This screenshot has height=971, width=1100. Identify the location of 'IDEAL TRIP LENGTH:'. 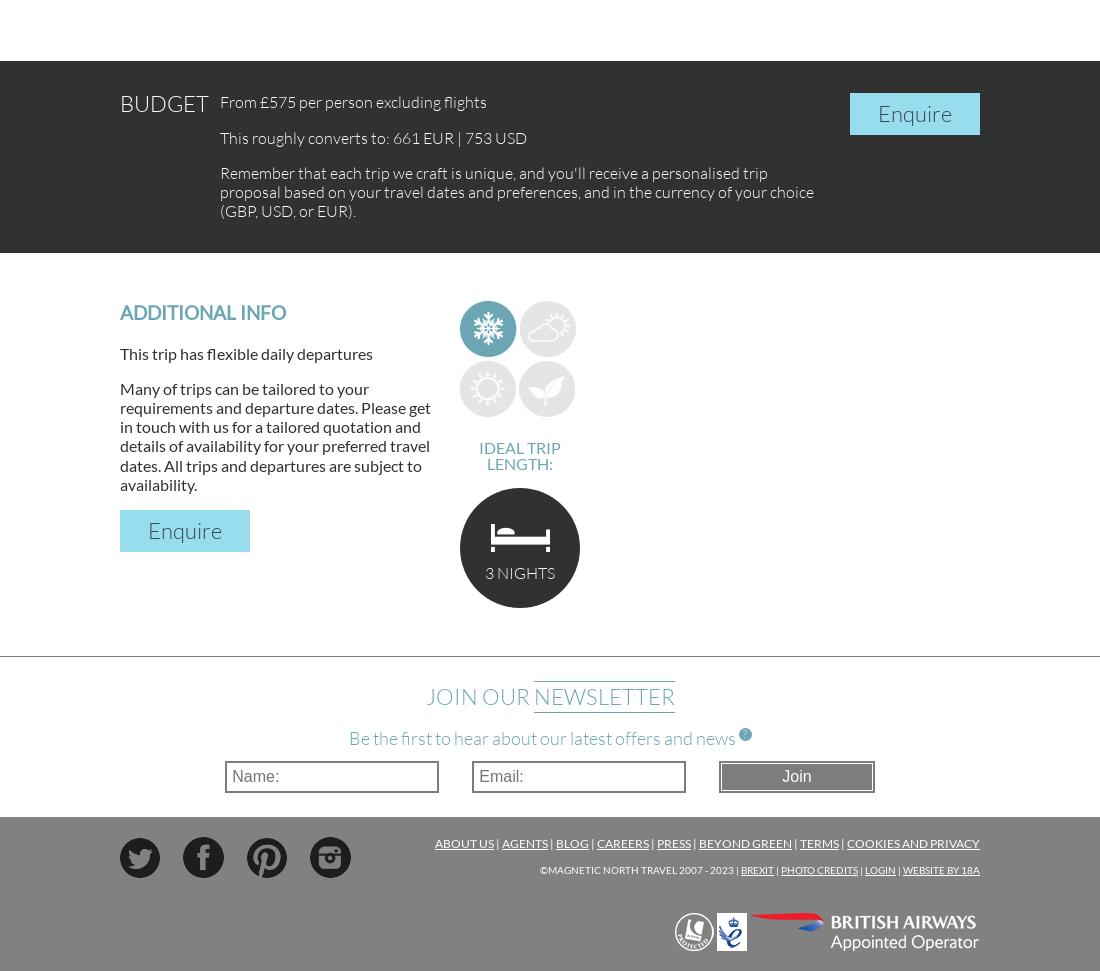
(519, 454).